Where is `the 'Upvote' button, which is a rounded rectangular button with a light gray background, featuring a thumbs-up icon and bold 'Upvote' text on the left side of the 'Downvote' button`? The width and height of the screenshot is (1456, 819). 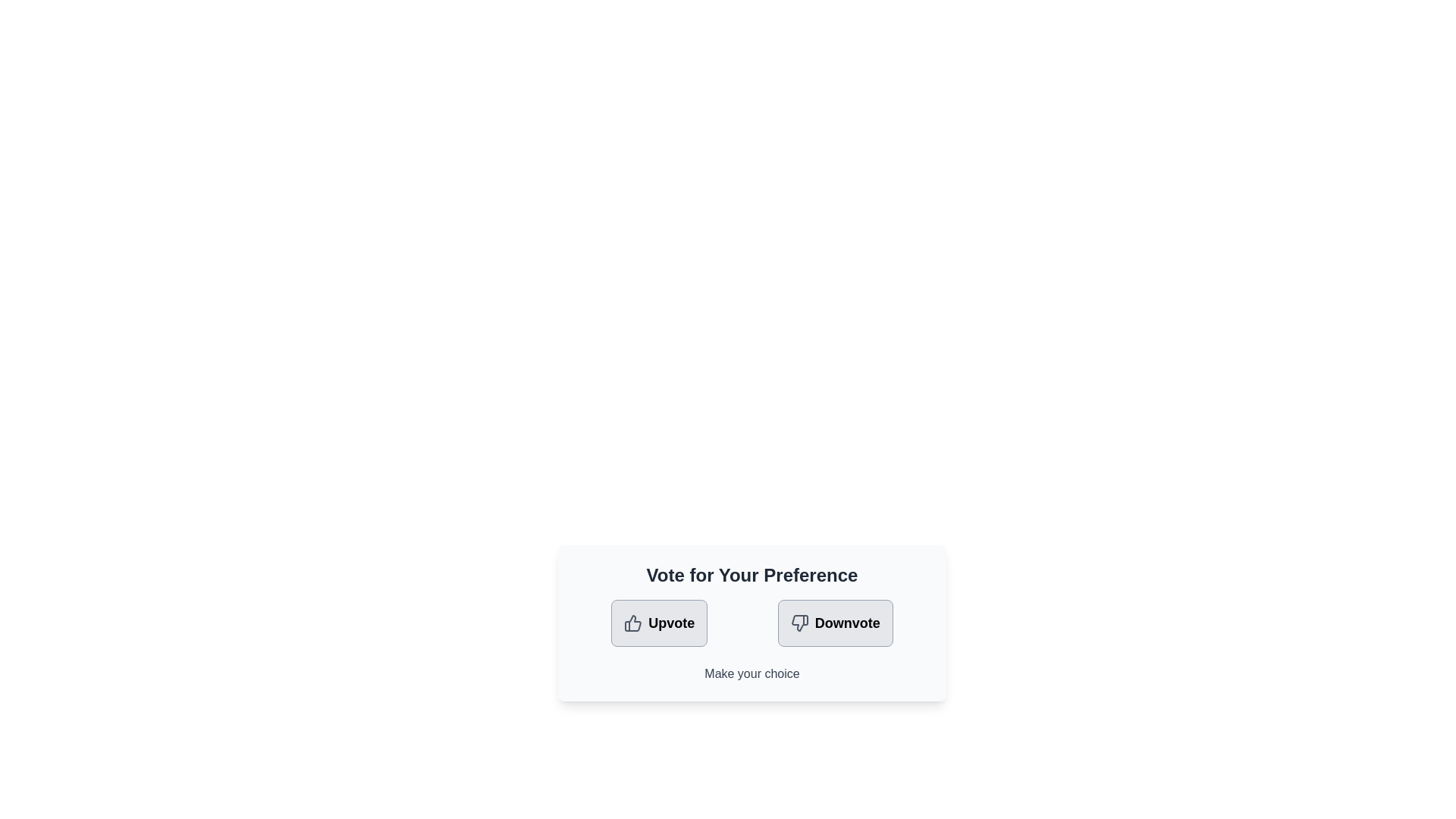 the 'Upvote' button, which is a rounded rectangular button with a light gray background, featuring a thumbs-up icon and bold 'Upvote' text on the left side of the 'Downvote' button is located at coordinates (659, 623).